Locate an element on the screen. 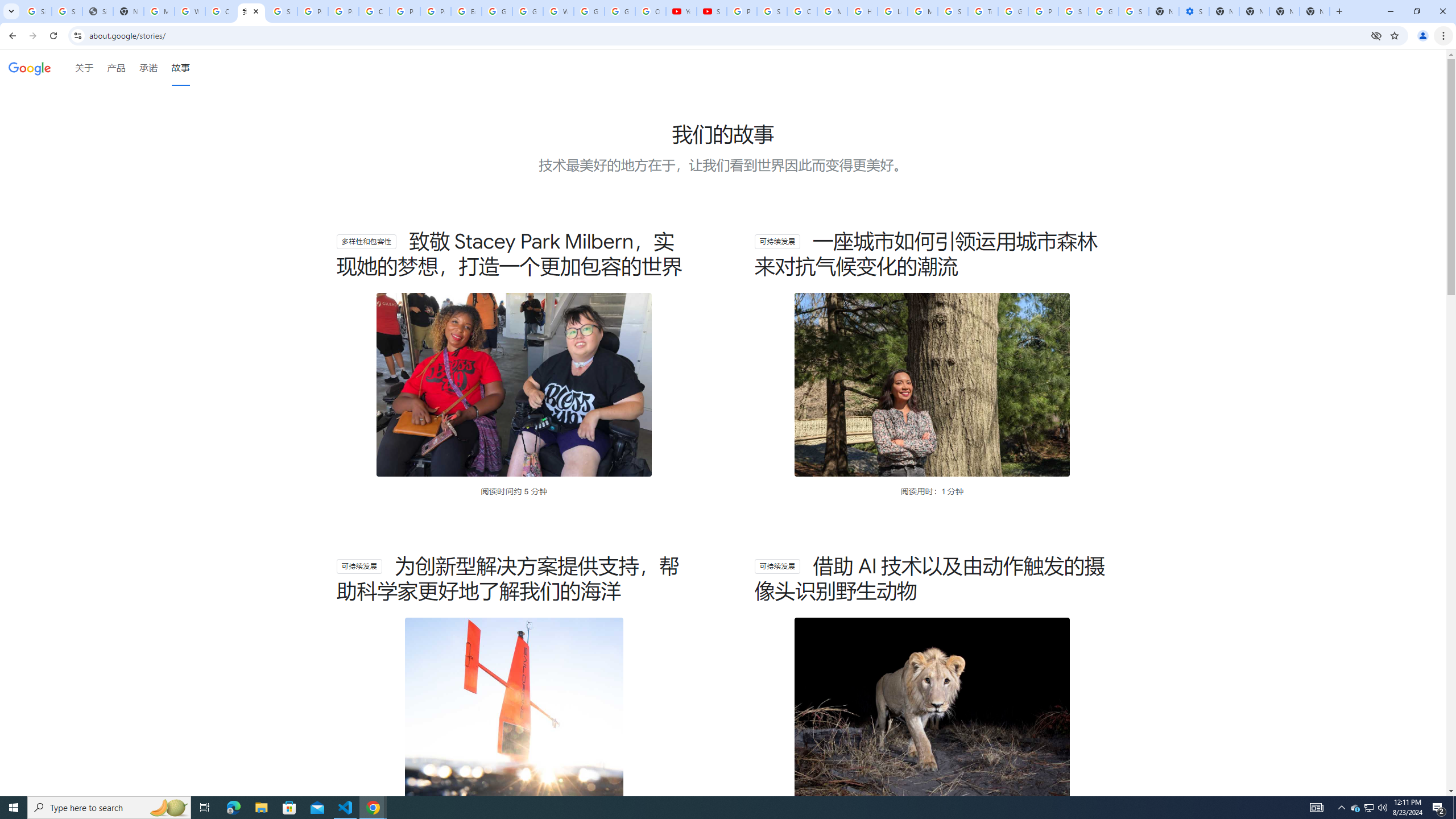 This screenshot has height=819, width=1456. 'New Tab' is located at coordinates (1314, 11).